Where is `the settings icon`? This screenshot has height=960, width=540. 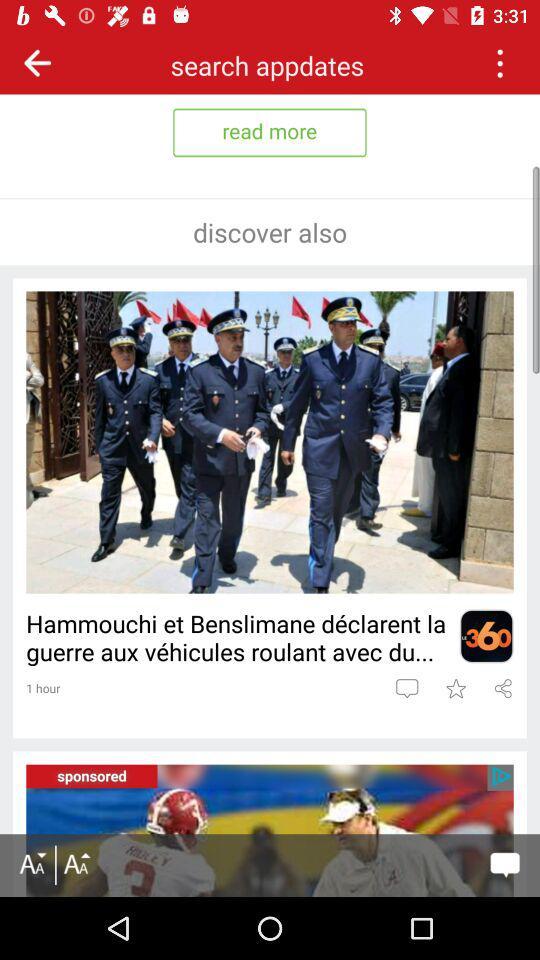 the settings icon is located at coordinates (485, 635).